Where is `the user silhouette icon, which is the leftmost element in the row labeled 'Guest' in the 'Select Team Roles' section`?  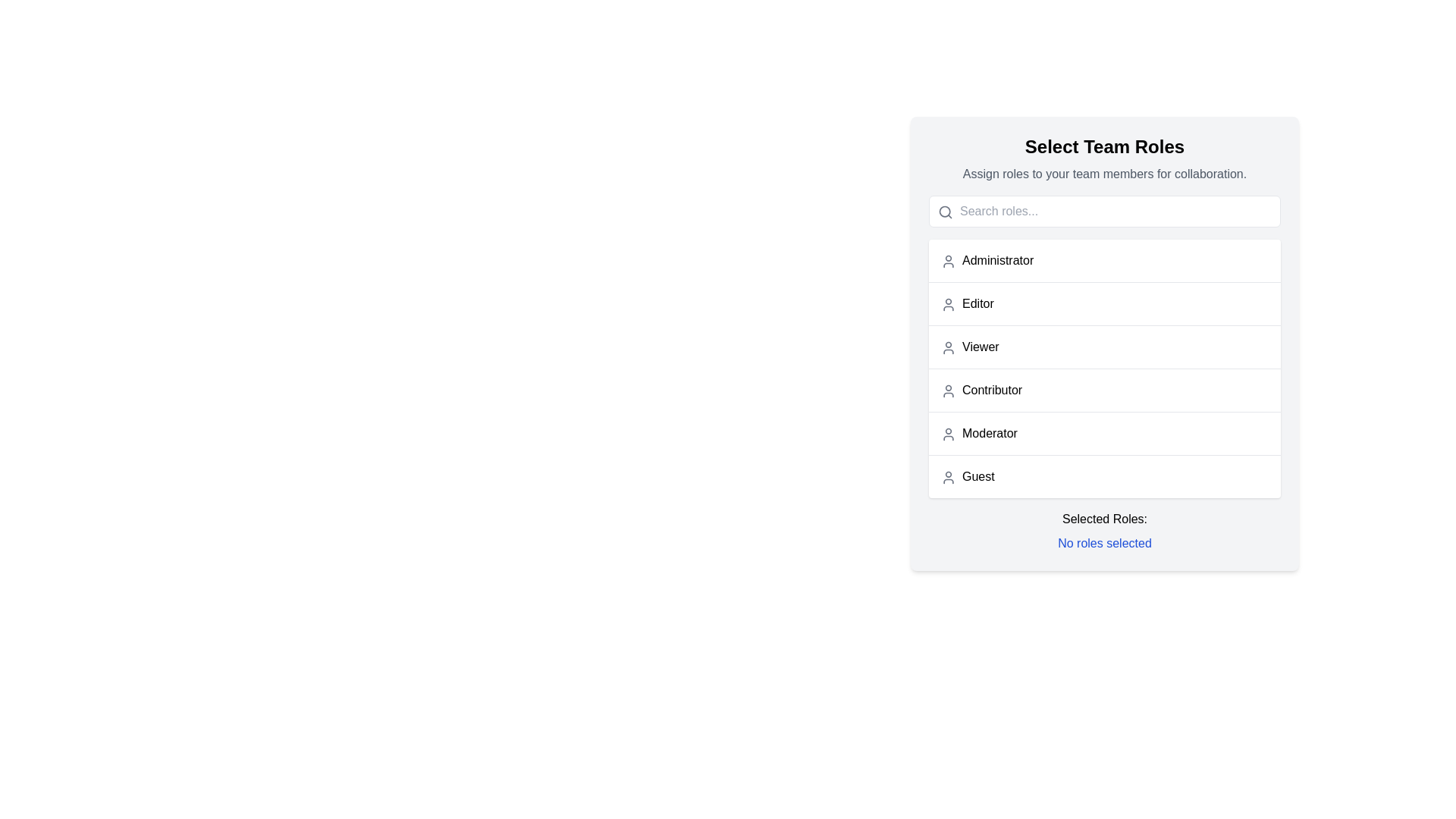 the user silhouette icon, which is the leftmost element in the row labeled 'Guest' in the 'Select Team Roles' section is located at coordinates (948, 475).